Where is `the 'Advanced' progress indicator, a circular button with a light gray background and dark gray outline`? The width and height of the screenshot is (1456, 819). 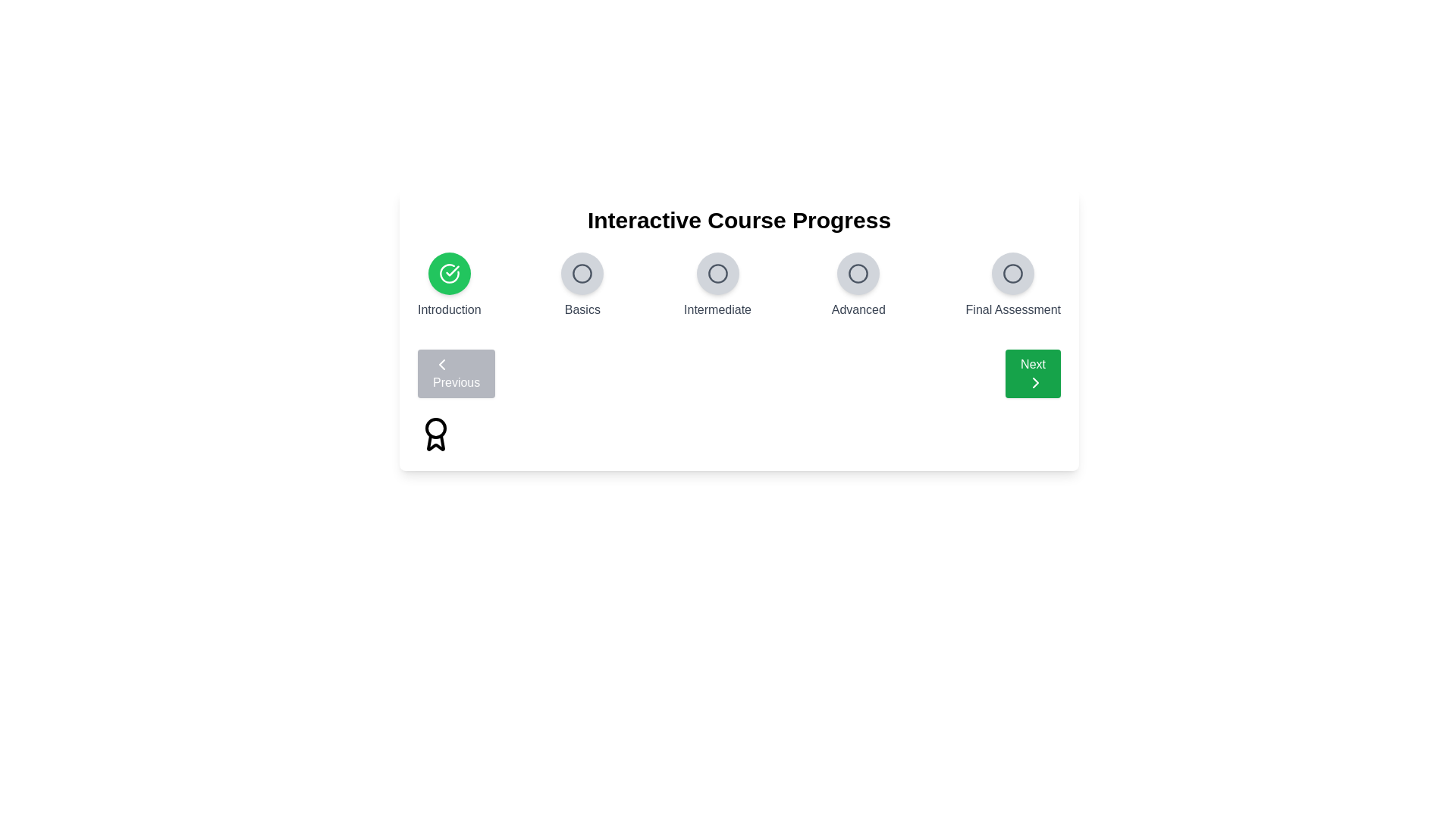
the 'Advanced' progress indicator, a circular button with a light gray background and dark gray outline is located at coordinates (858, 286).